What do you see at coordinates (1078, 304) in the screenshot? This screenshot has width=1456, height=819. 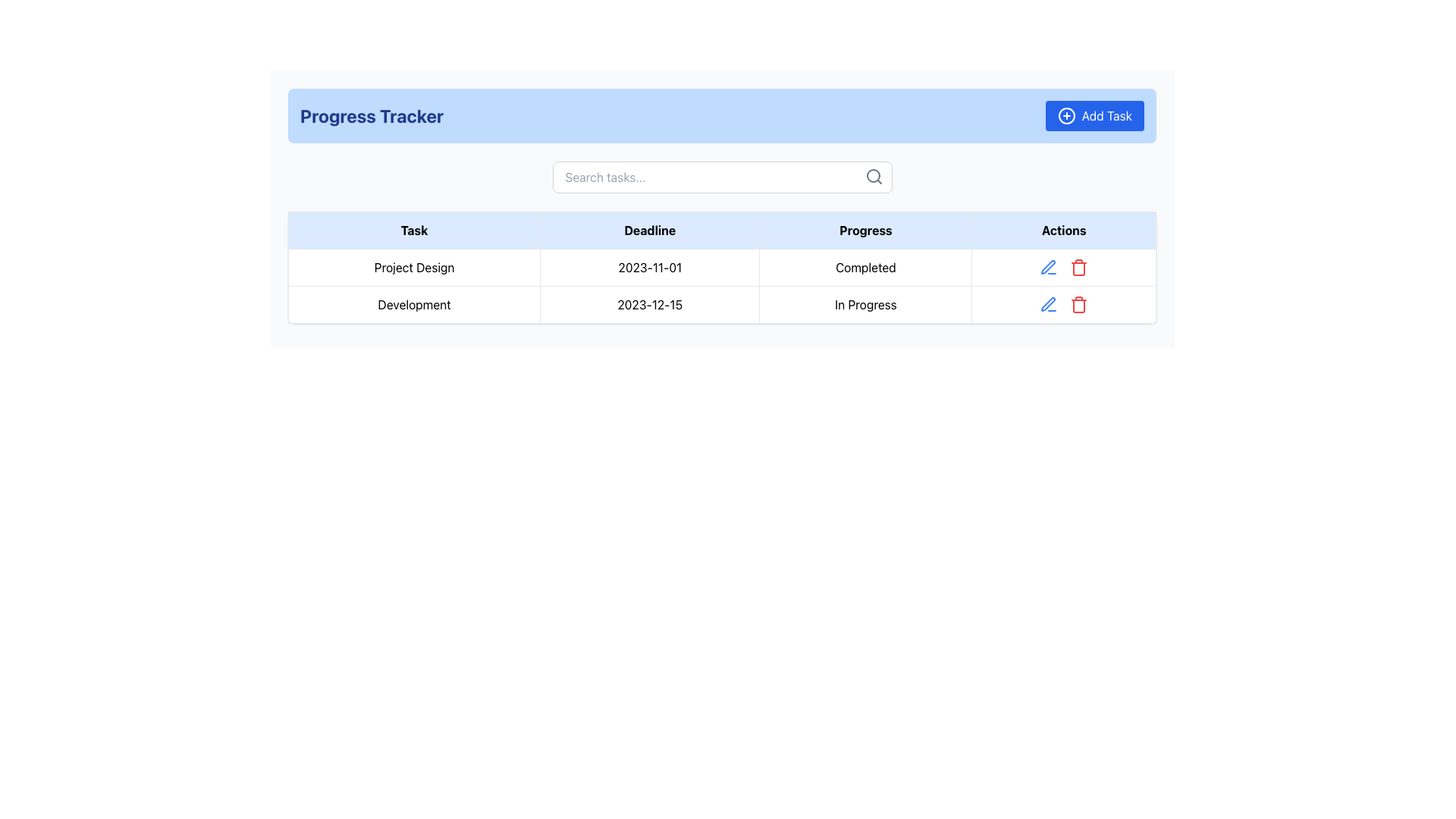 I see `the 'Delete' button, which is the second icon in the action bar of the second row in the table, to initiate the delete action` at bounding box center [1078, 304].